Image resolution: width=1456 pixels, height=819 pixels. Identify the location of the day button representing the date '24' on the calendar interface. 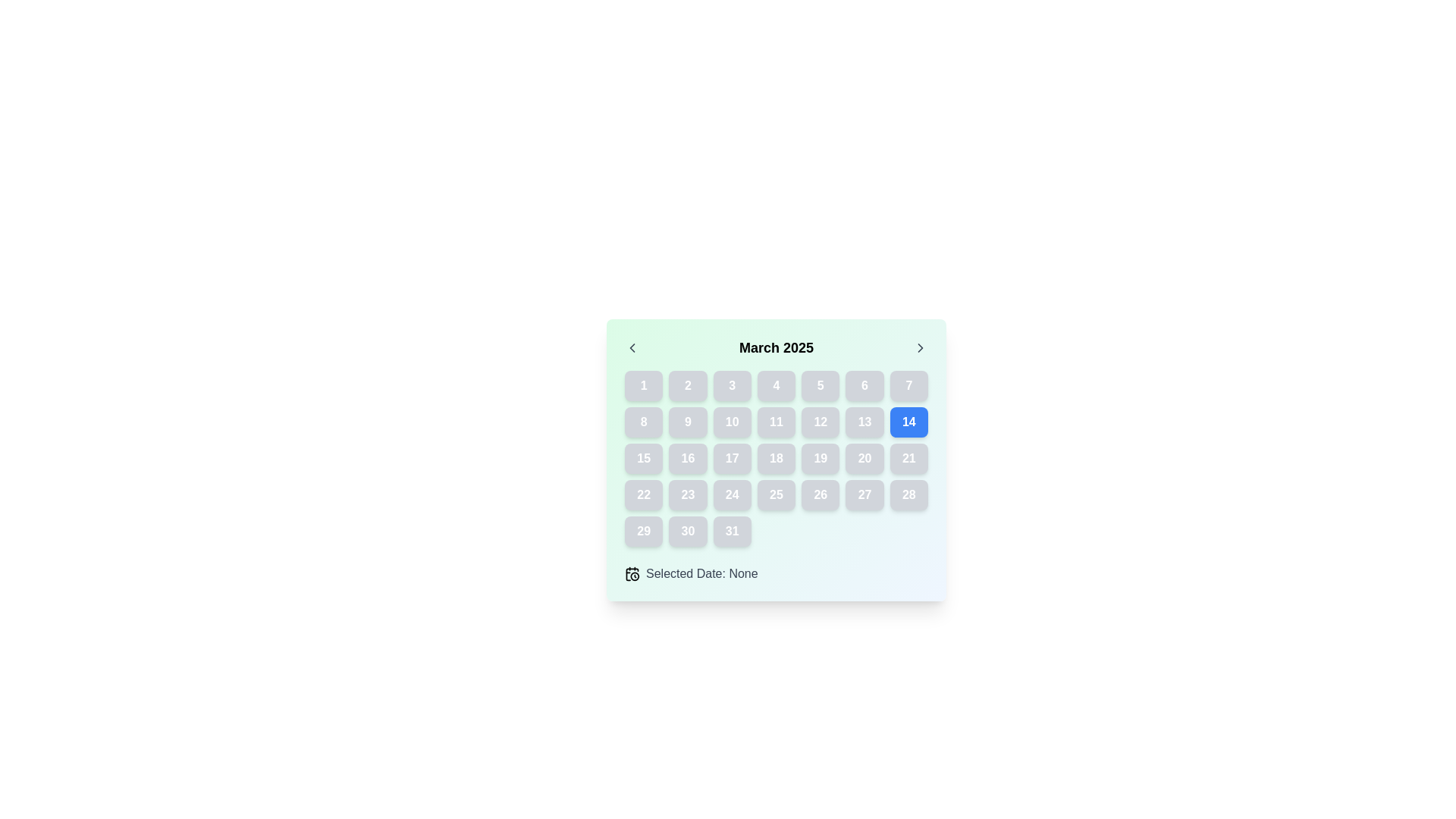
(732, 494).